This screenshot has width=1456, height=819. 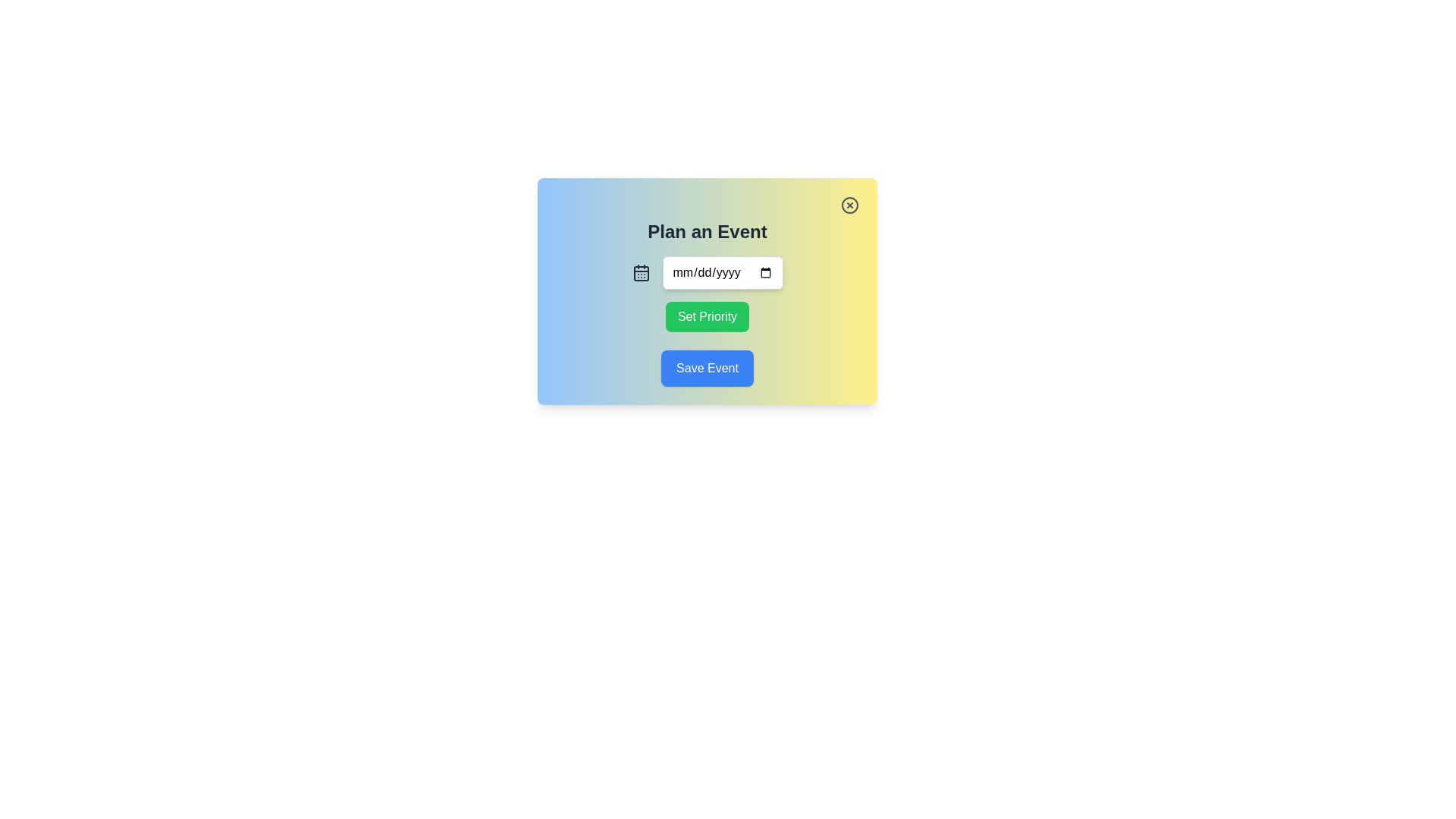 What do you see at coordinates (722, 271) in the screenshot?
I see `the Date Input Field located below the title 'Plan an Event'` at bounding box center [722, 271].